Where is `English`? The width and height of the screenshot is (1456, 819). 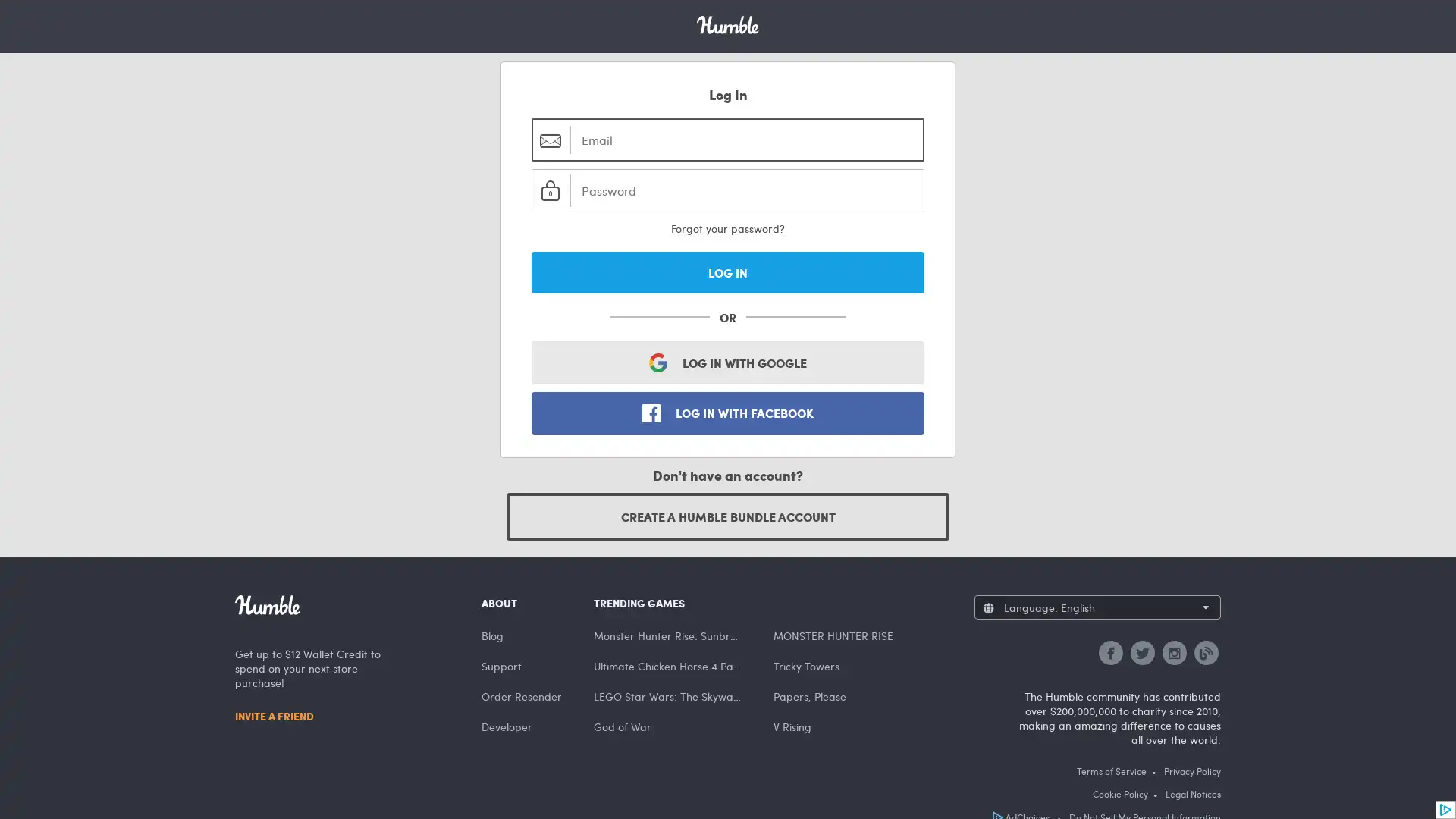
English is located at coordinates (1004, 681).